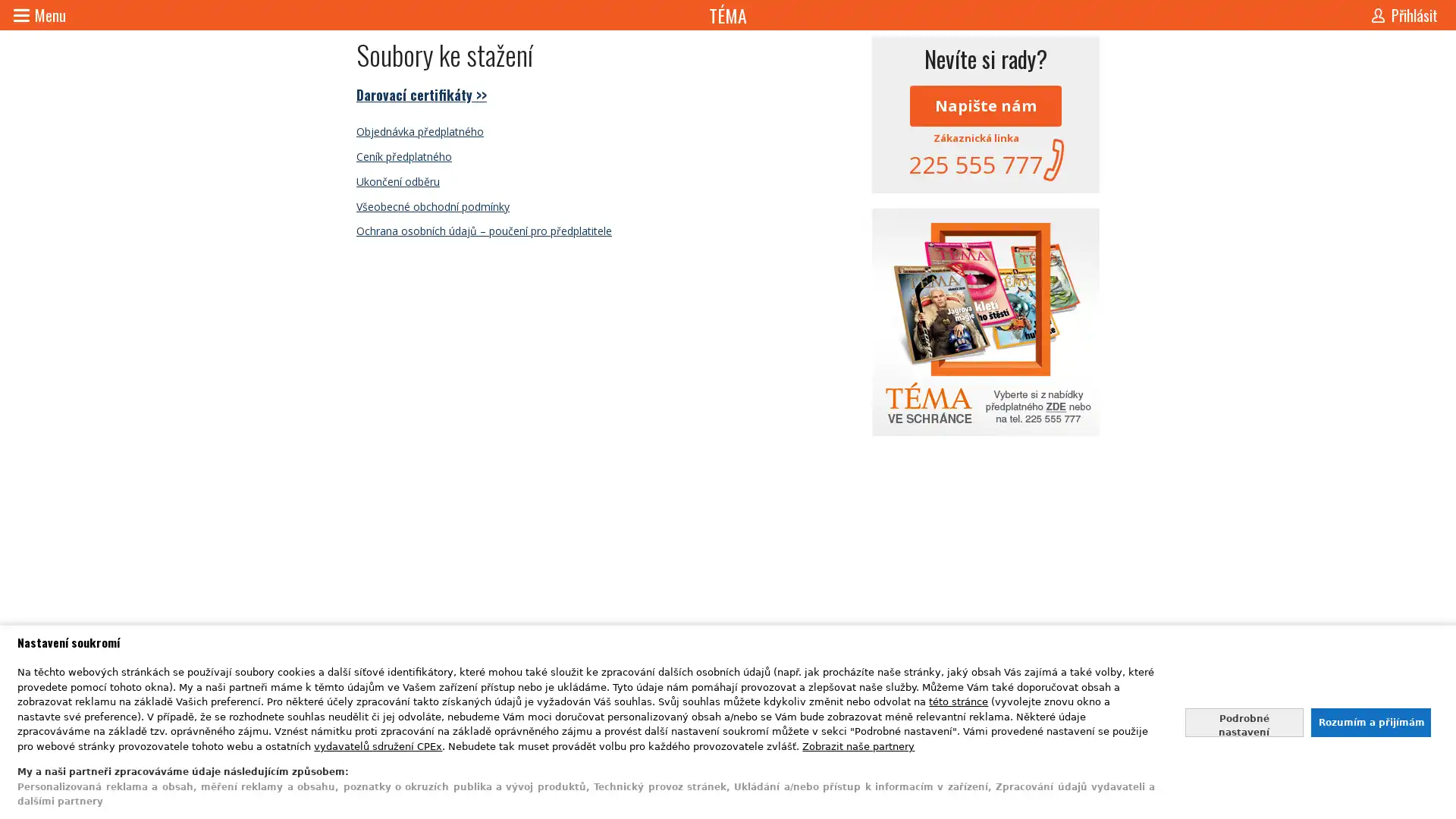  What do you see at coordinates (858, 745) in the screenshot?
I see `Zobrazit nase partnery` at bounding box center [858, 745].